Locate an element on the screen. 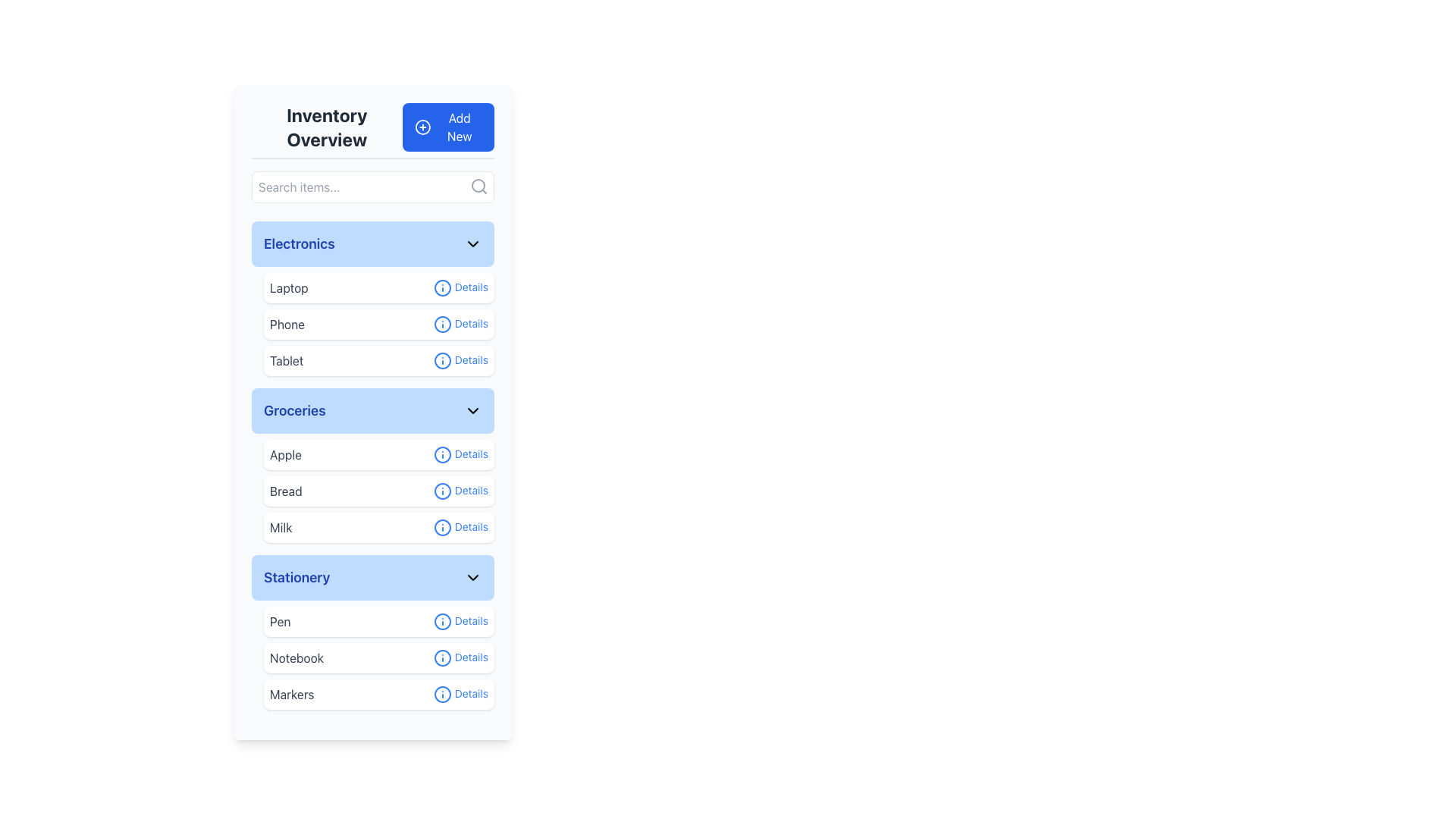  the circular blue information icon with an 'i' symbol, located to the left of the text 'Details' for the 'Tablet' entry in the 'Electronics' section is located at coordinates (441, 360).